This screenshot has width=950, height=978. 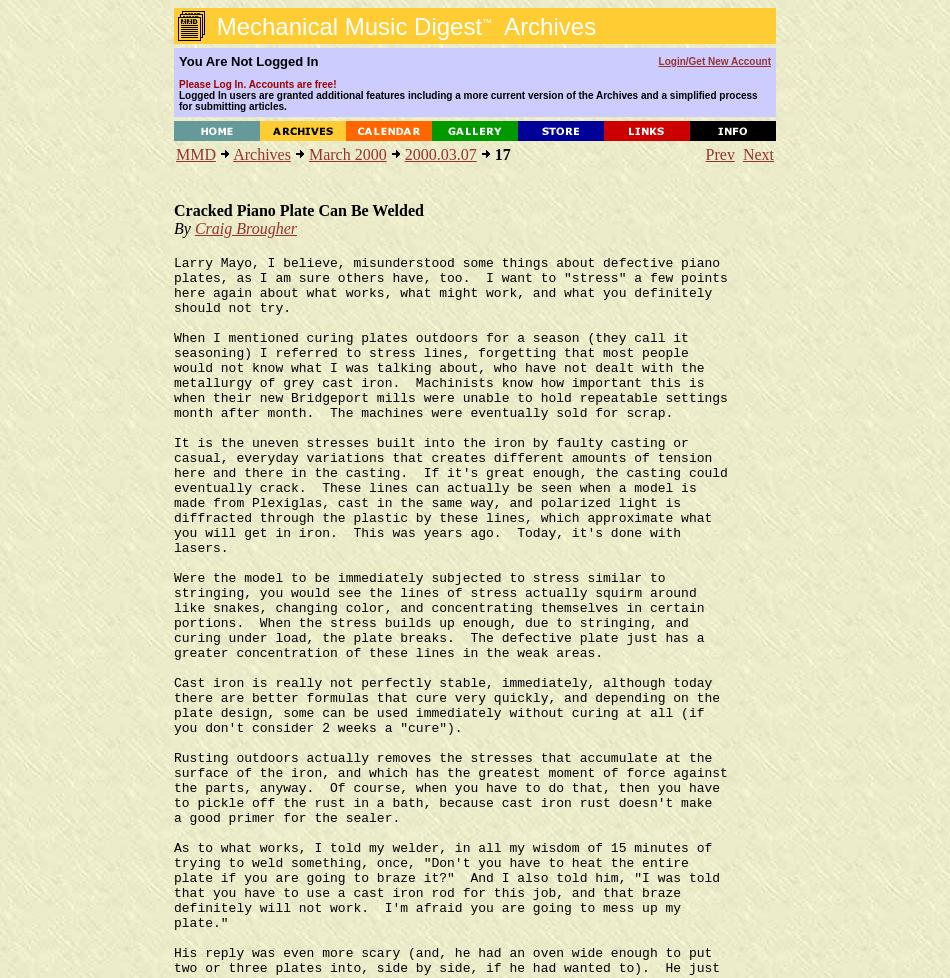 What do you see at coordinates (195, 154) in the screenshot?
I see `'MMD'` at bounding box center [195, 154].